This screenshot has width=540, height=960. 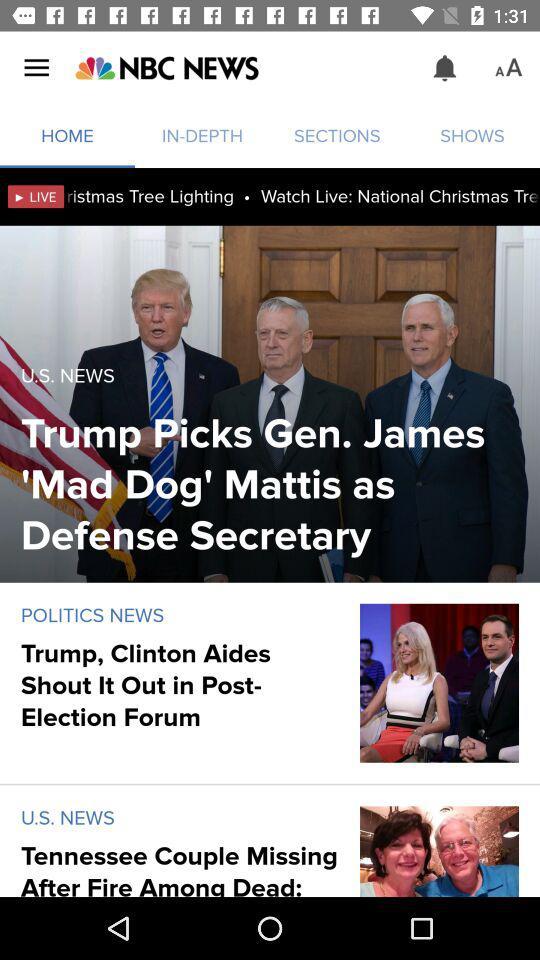 What do you see at coordinates (165, 68) in the screenshot?
I see `main page` at bounding box center [165, 68].